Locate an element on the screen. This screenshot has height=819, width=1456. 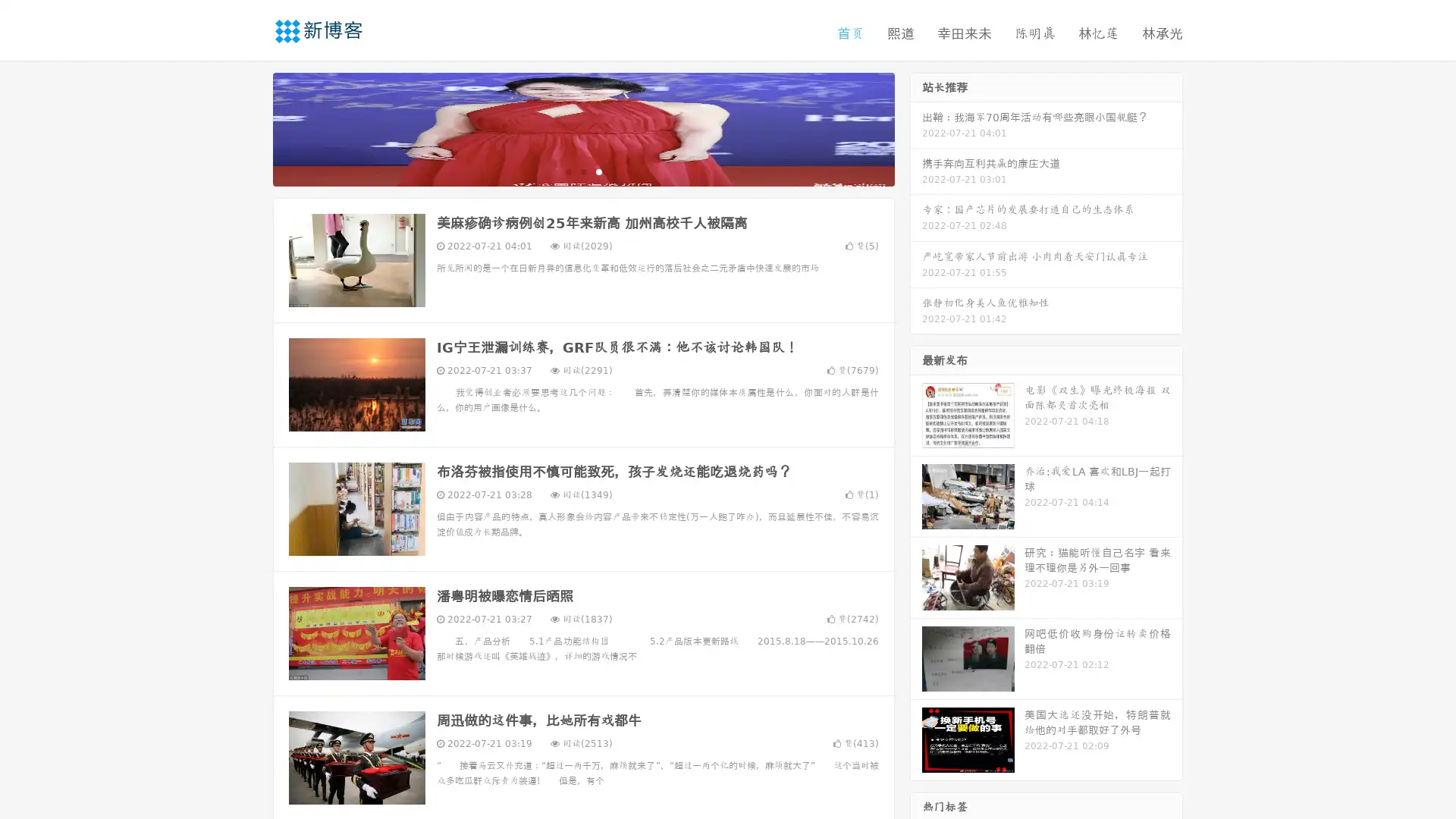
Go to slide 1 is located at coordinates (567, 171).